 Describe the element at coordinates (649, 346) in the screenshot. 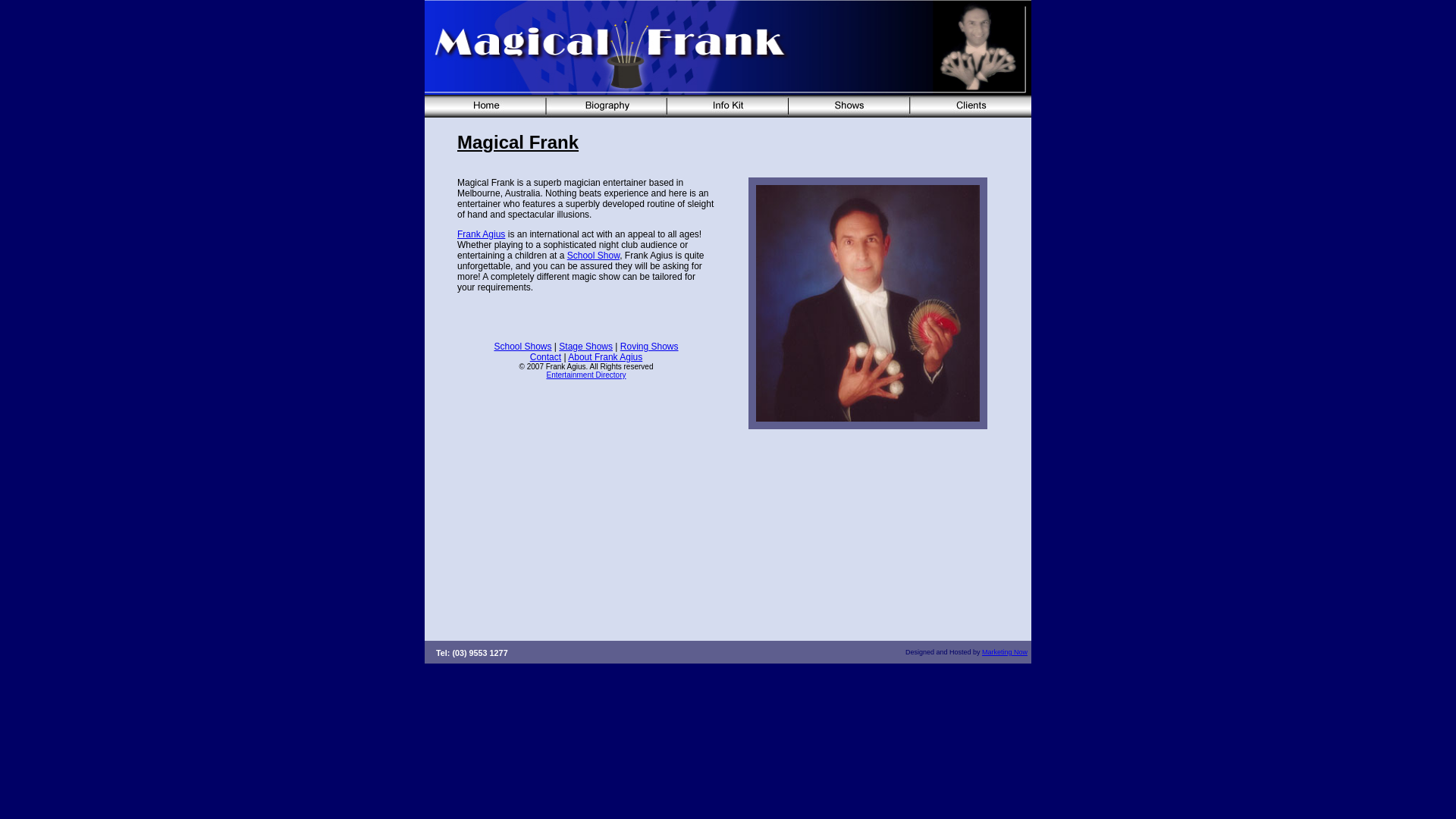

I see `'Roving Shows'` at that location.